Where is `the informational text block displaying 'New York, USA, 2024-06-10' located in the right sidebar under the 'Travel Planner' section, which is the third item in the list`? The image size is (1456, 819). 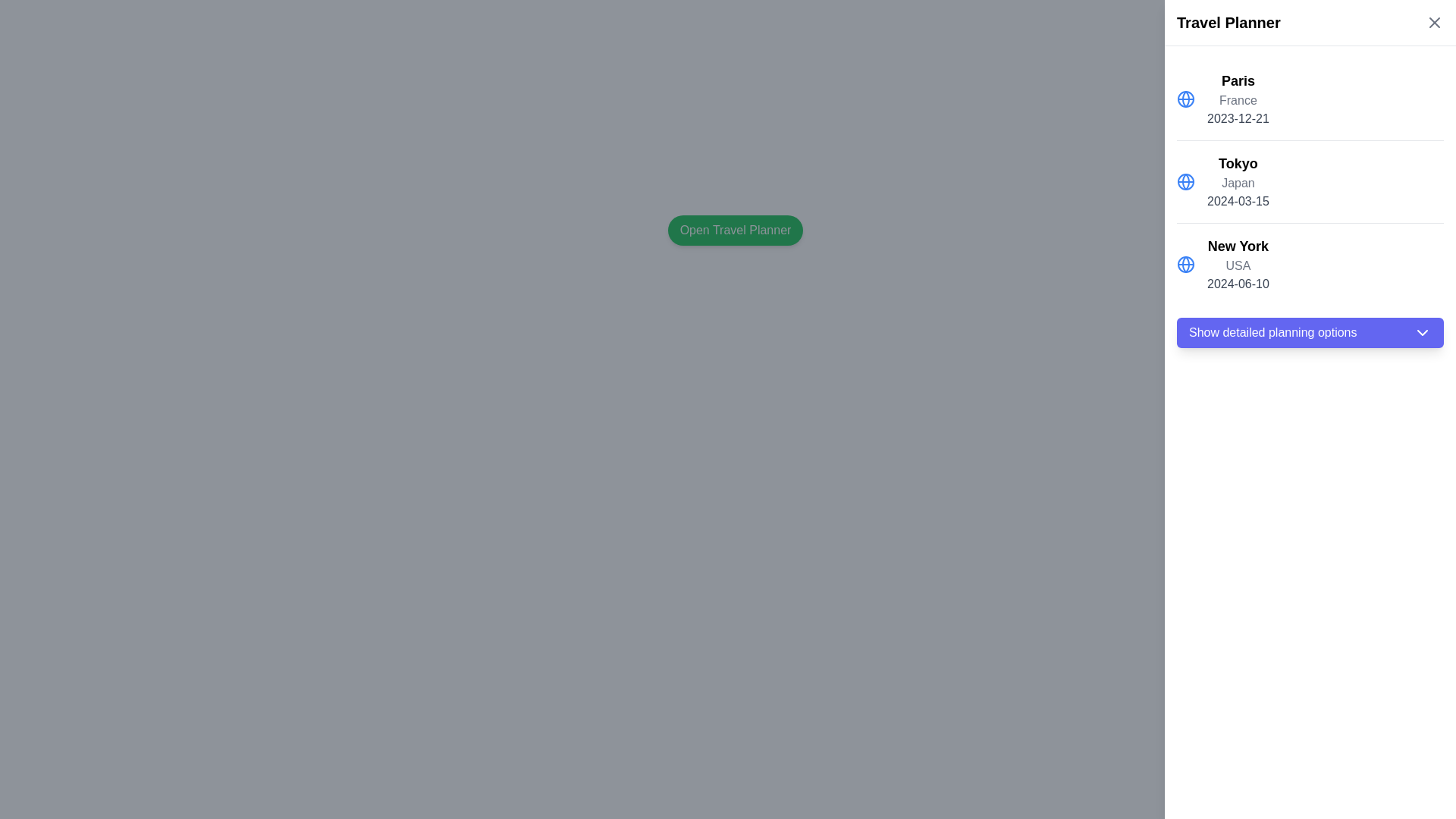 the informational text block displaying 'New York, USA, 2024-06-10' located in the right sidebar under the 'Travel Planner' section, which is the third item in the list is located at coordinates (1238, 263).